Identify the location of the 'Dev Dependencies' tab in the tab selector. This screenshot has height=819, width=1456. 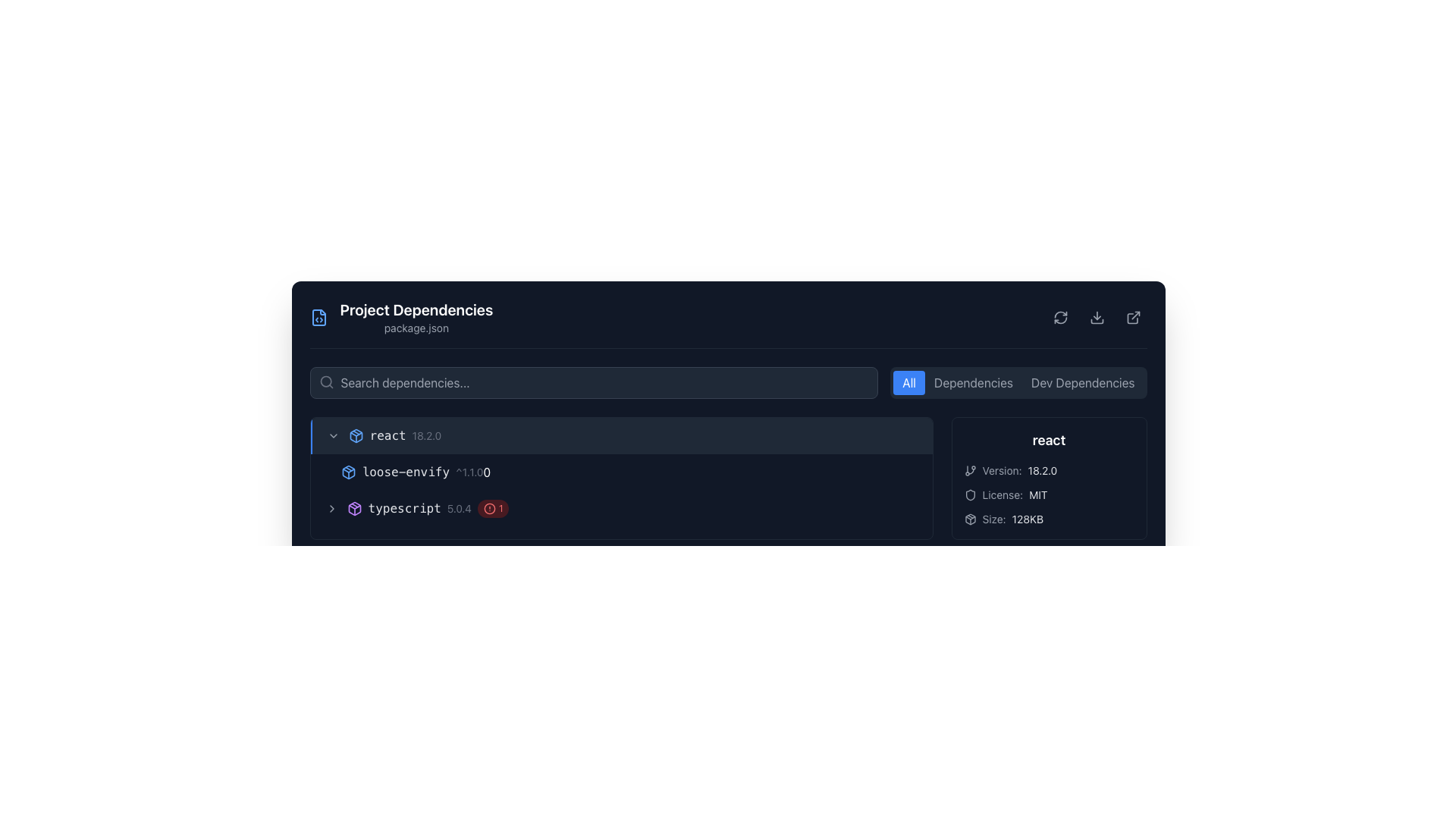
(1018, 382).